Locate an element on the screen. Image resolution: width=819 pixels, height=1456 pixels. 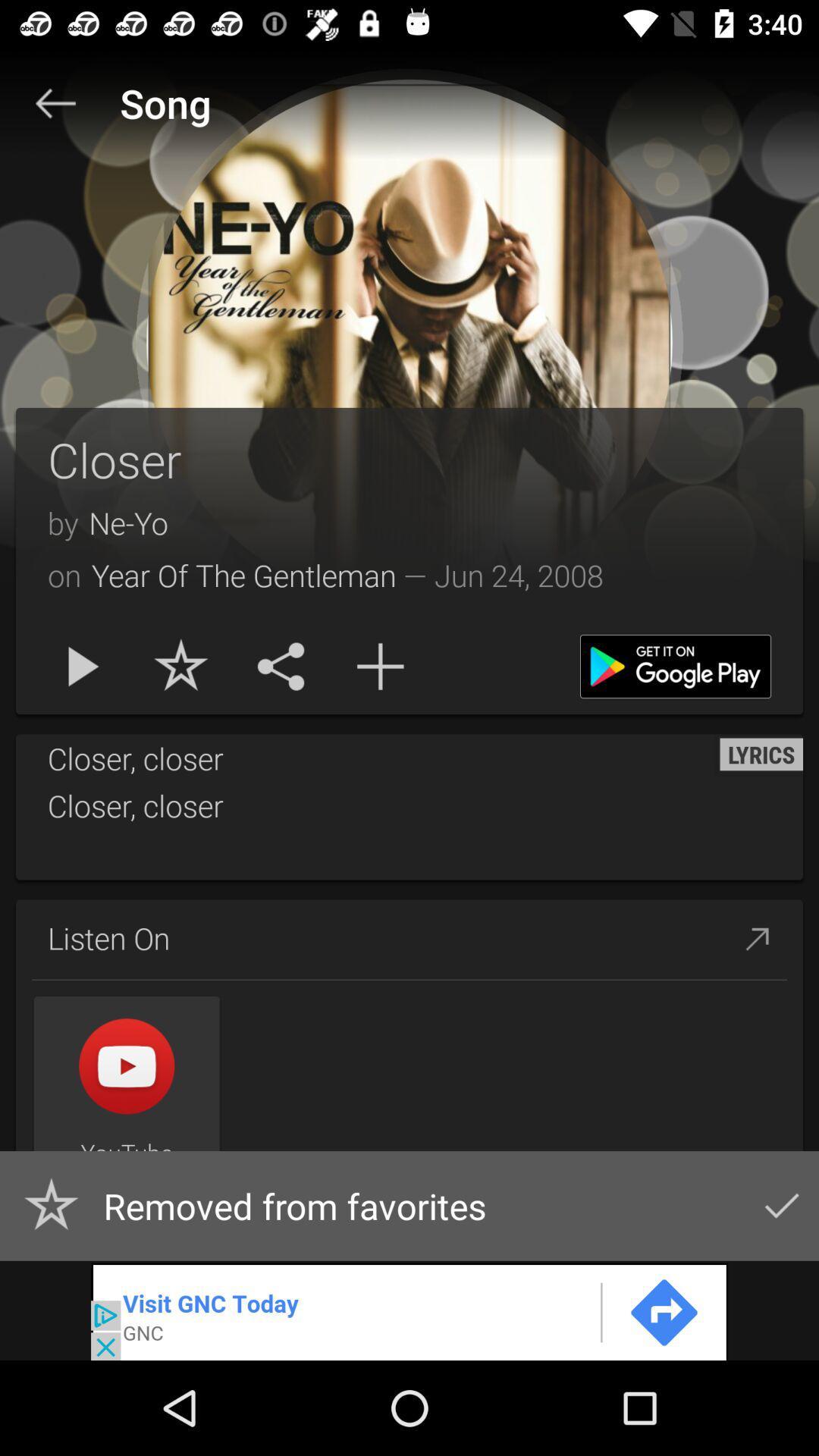
the share icon is located at coordinates (281, 666).